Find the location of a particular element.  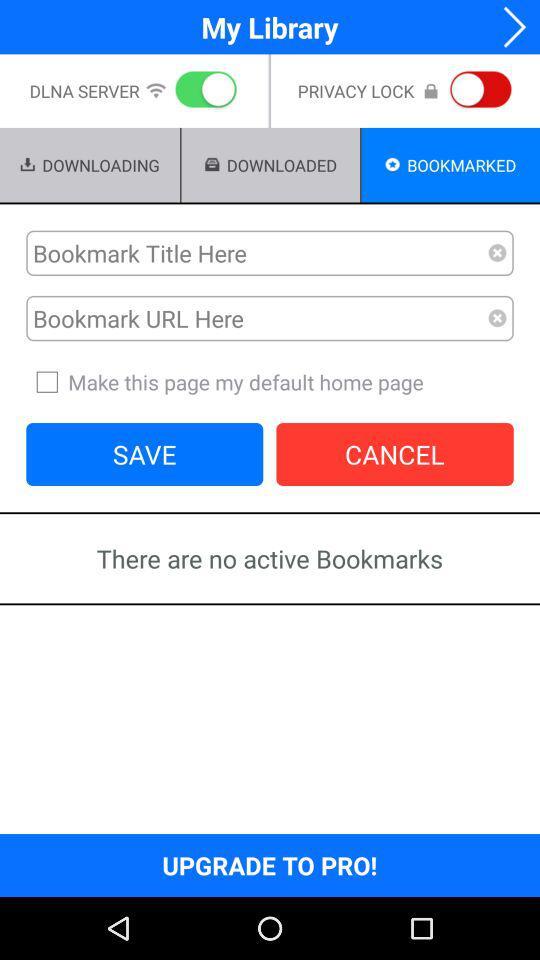

item above the save button is located at coordinates (270, 381).